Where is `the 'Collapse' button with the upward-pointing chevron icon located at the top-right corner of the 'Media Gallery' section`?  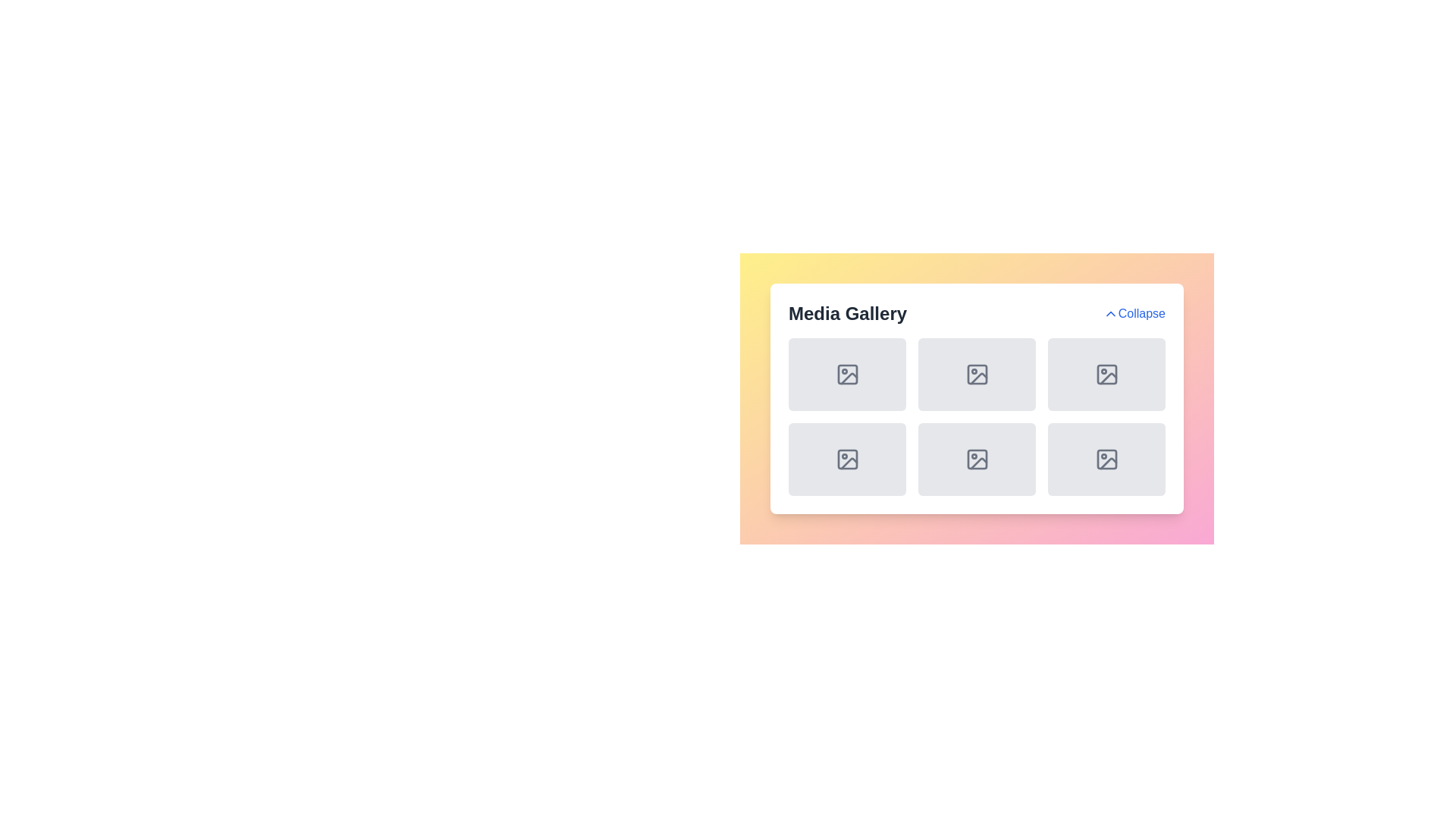 the 'Collapse' button with the upward-pointing chevron icon located at the top-right corner of the 'Media Gallery' section is located at coordinates (1134, 312).